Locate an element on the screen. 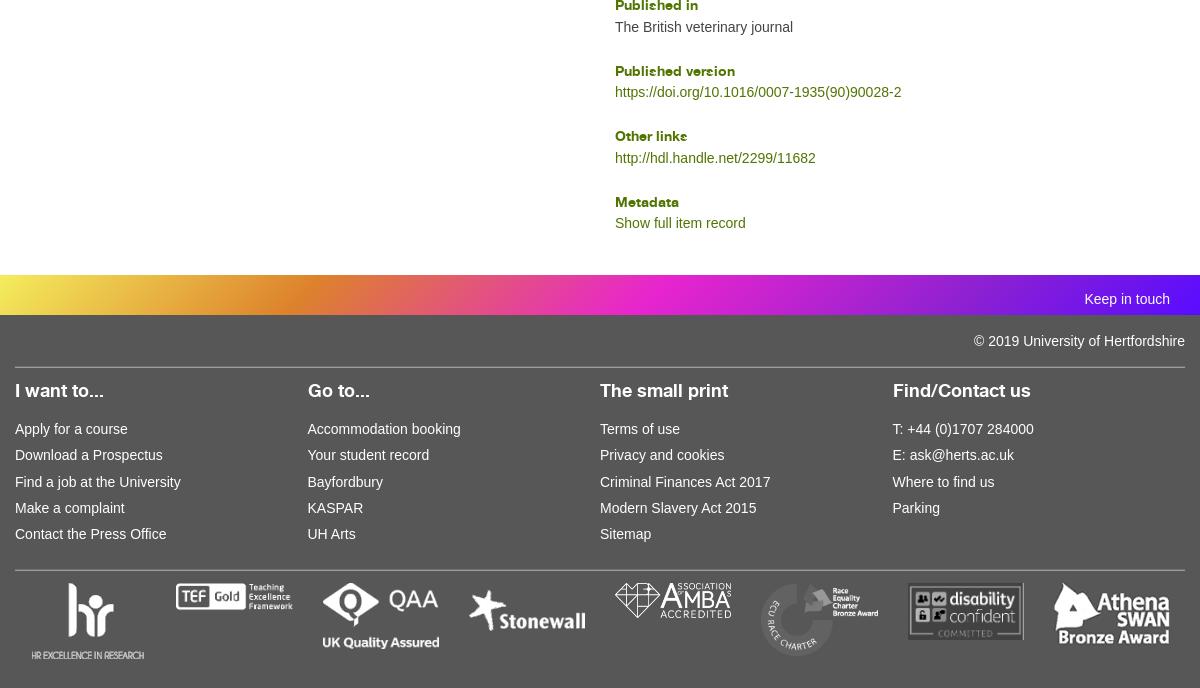 The height and width of the screenshot is (688, 1200). 'Keep in touch' is located at coordinates (1082, 299).